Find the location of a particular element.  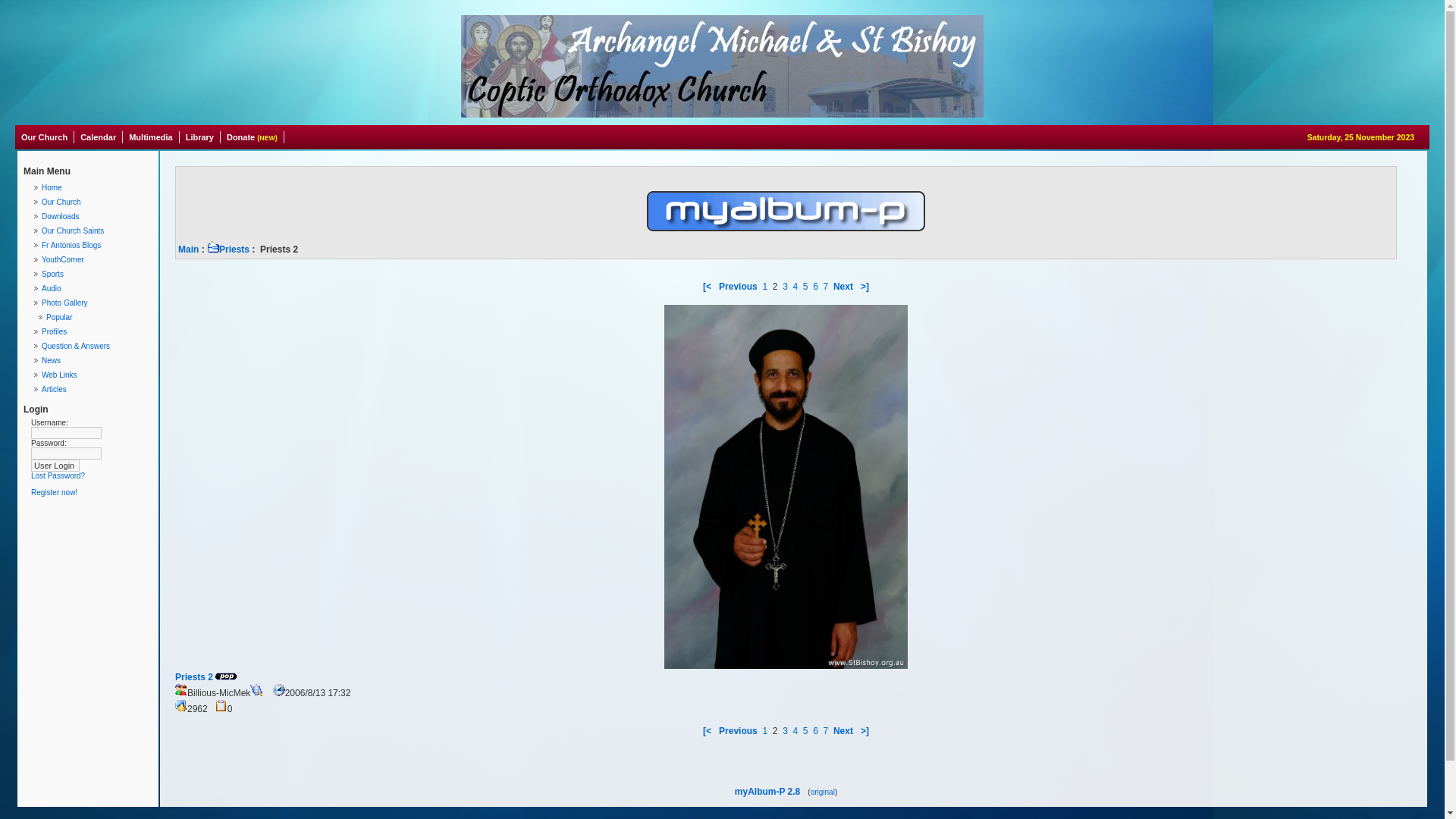

'Comments' is located at coordinates (221, 705).